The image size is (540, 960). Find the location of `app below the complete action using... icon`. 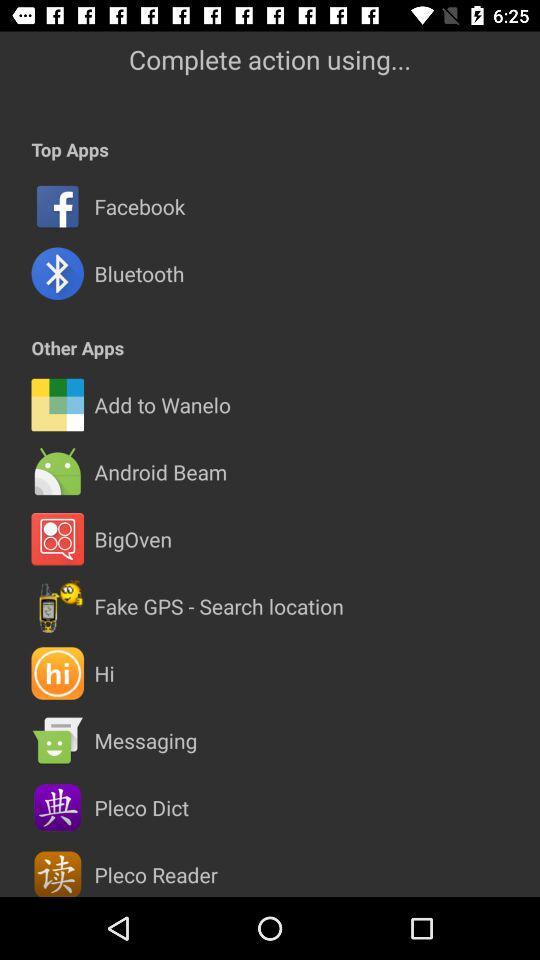

app below the complete action using... icon is located at coordinates (69, 148).